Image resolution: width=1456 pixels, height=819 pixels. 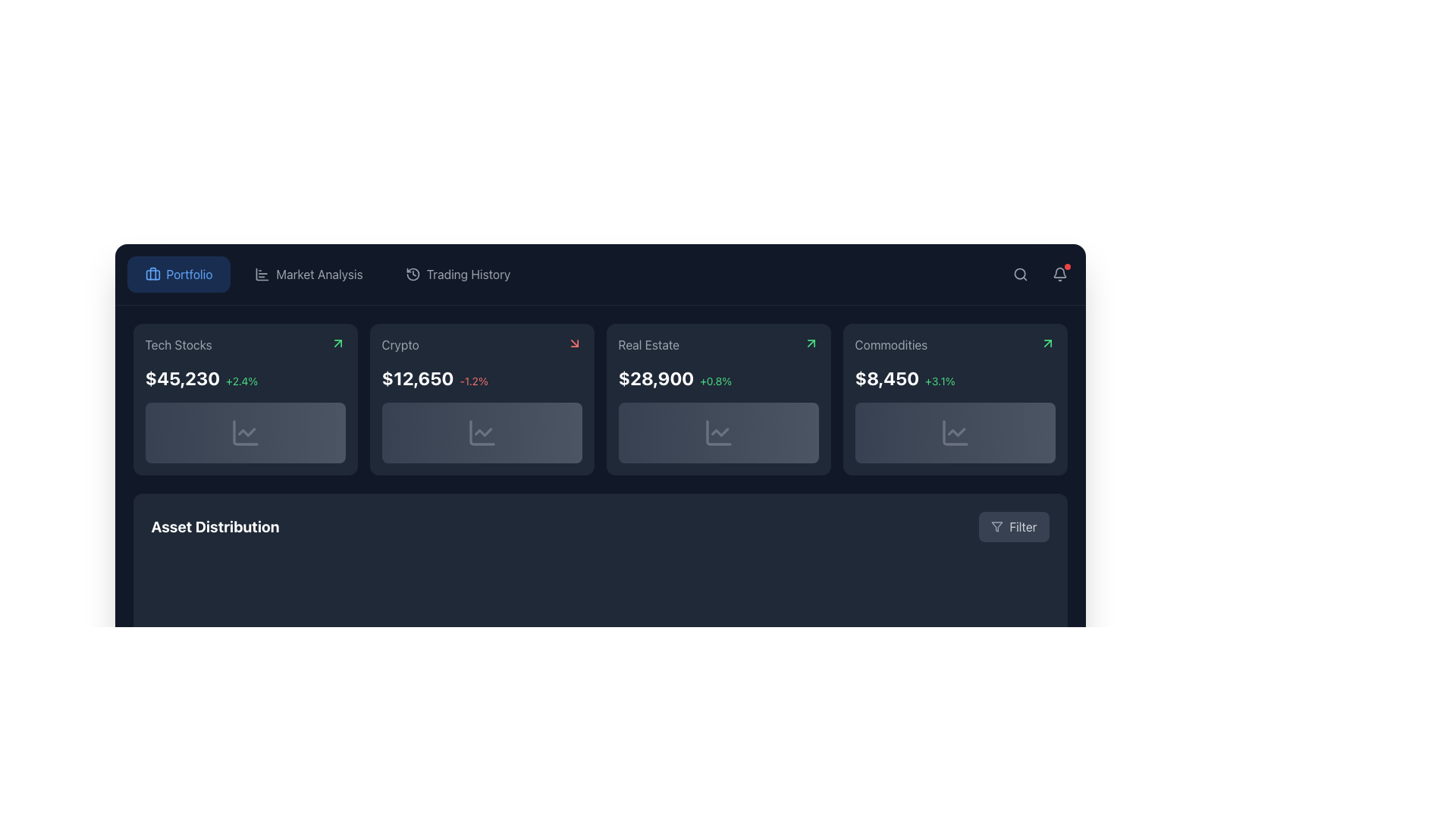 I want to click on the downward pointing arrow icon located in the top-right corner of the 'Crypto' card, which indicates a decrease in value, so click(x=573, y=343).